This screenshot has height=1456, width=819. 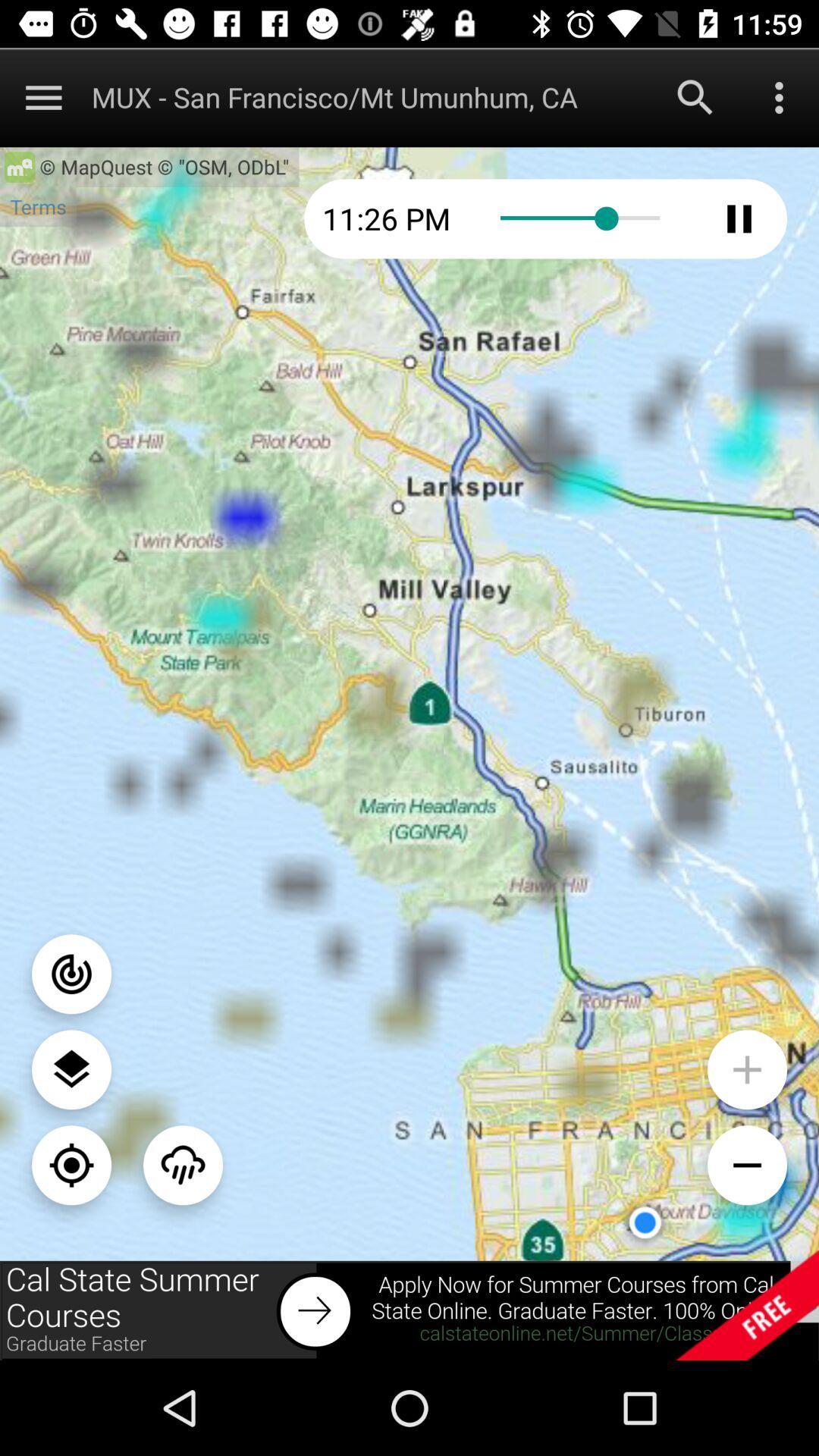 What do you see at coordinates (409, 1310) in the screenshot?
I see `see advertisement` at bounding box center [409, 1310].